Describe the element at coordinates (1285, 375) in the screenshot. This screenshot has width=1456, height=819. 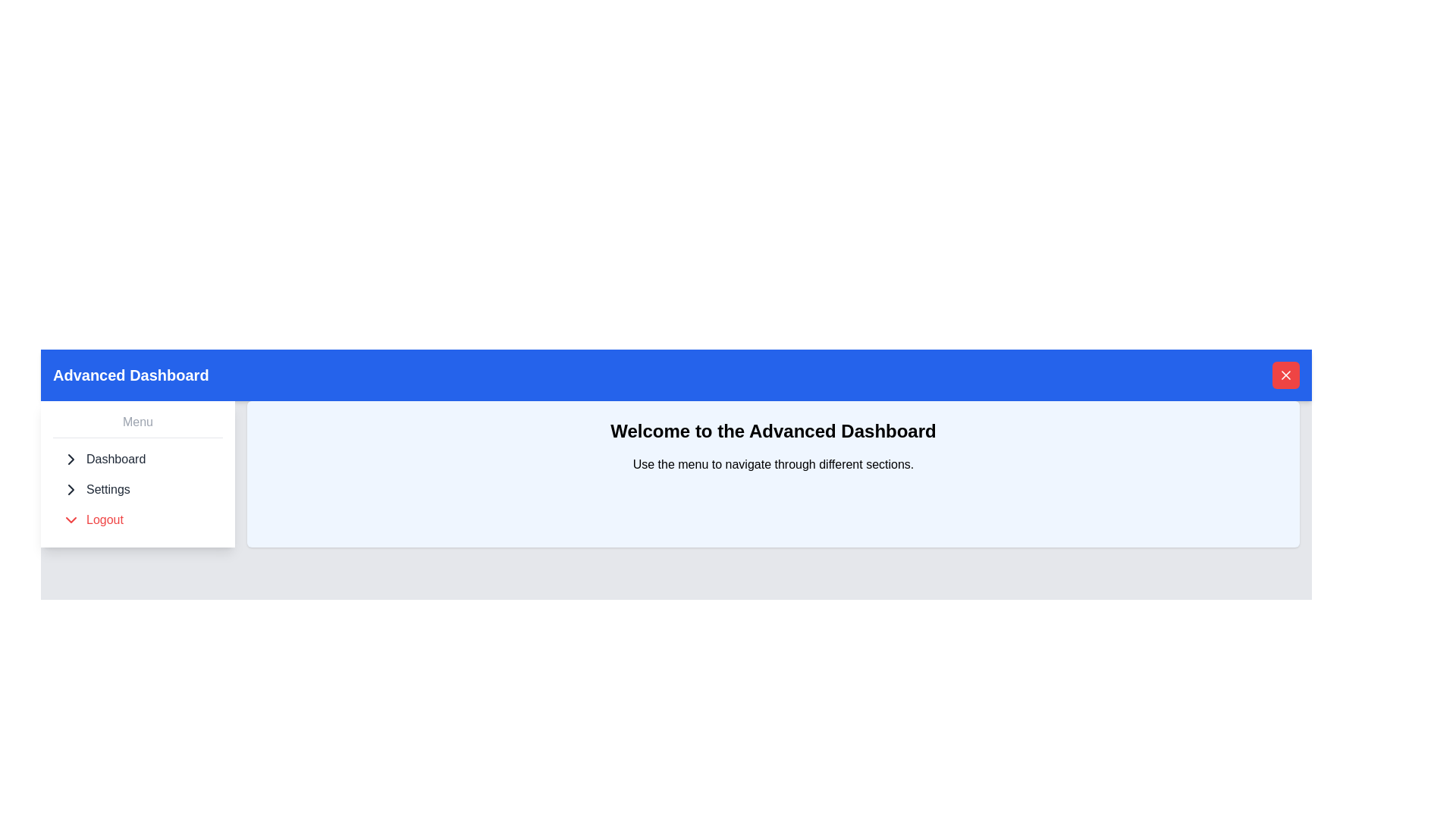
I see `close icon element, which is represented by a diagonal line within a small red square located at the top-right corner of the blue header bar` at that location.